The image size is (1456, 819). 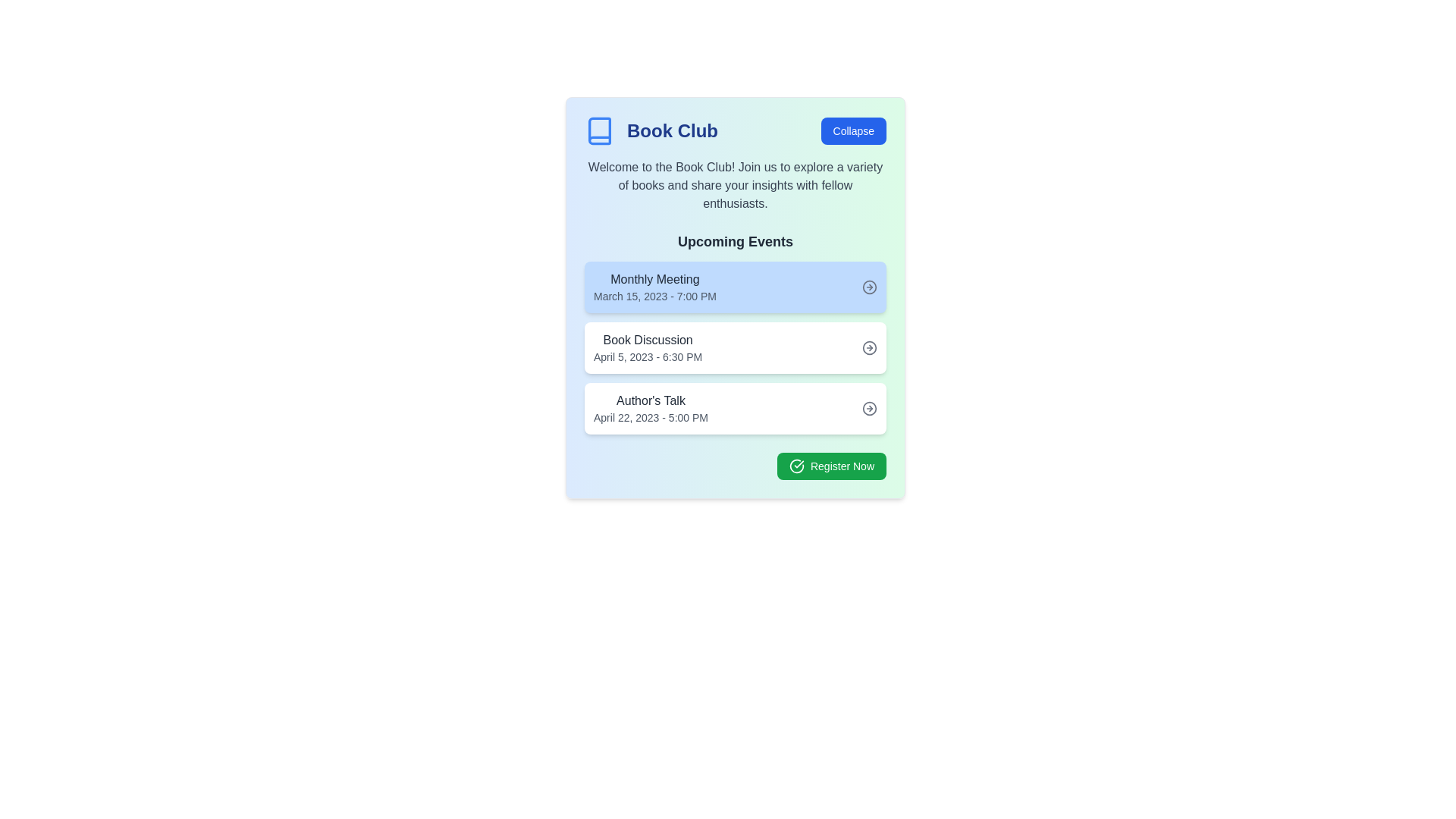 I want to click on the confirmation icon located to the left of the 'Register Now' button within the green background, indicating a positive action, so click(x=796, y=465).